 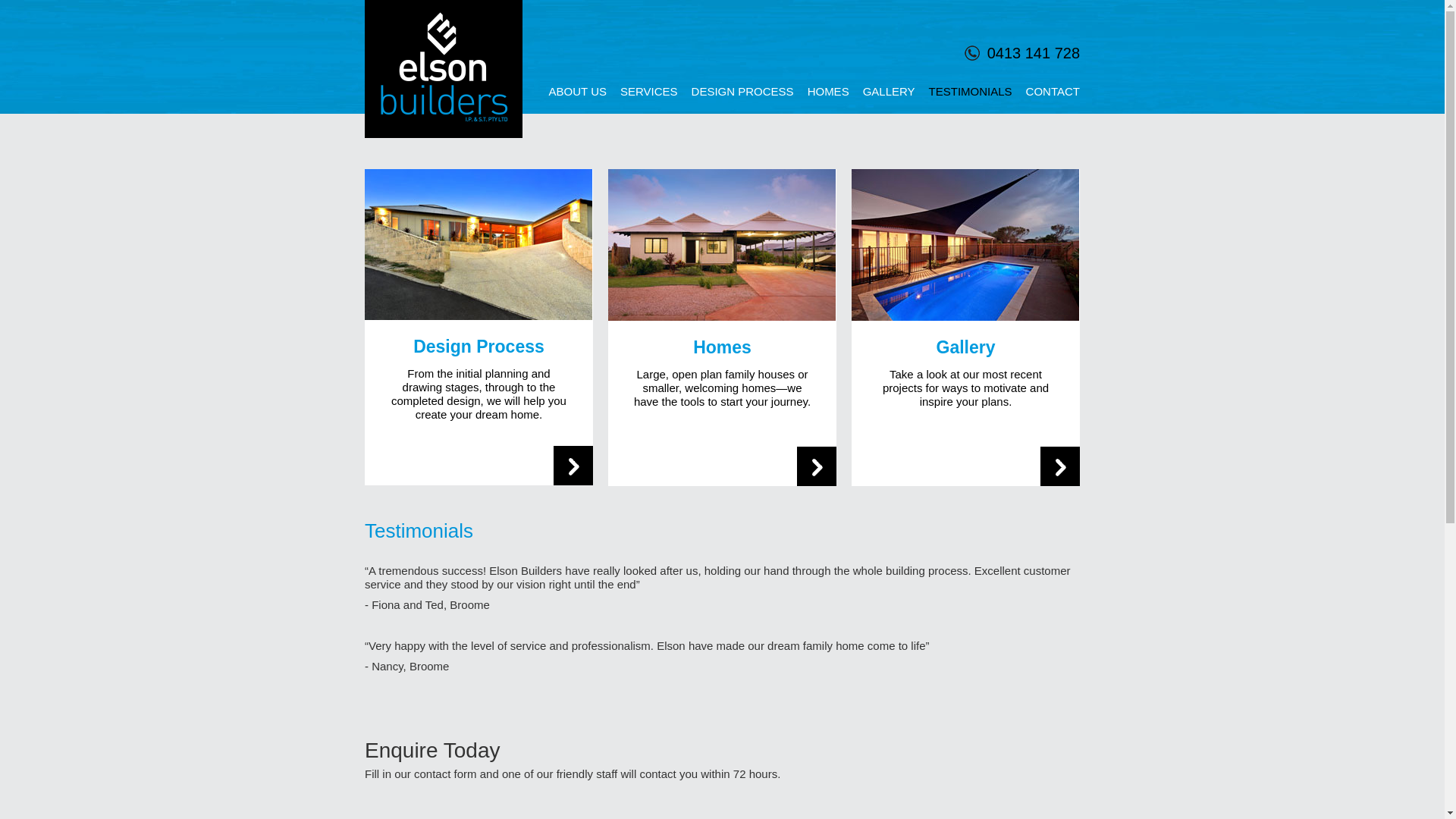 What do you see at coordinates (1022, 51) in the screenshot?
I see `'0413 141 728'` at bounding box center [1022, 51].